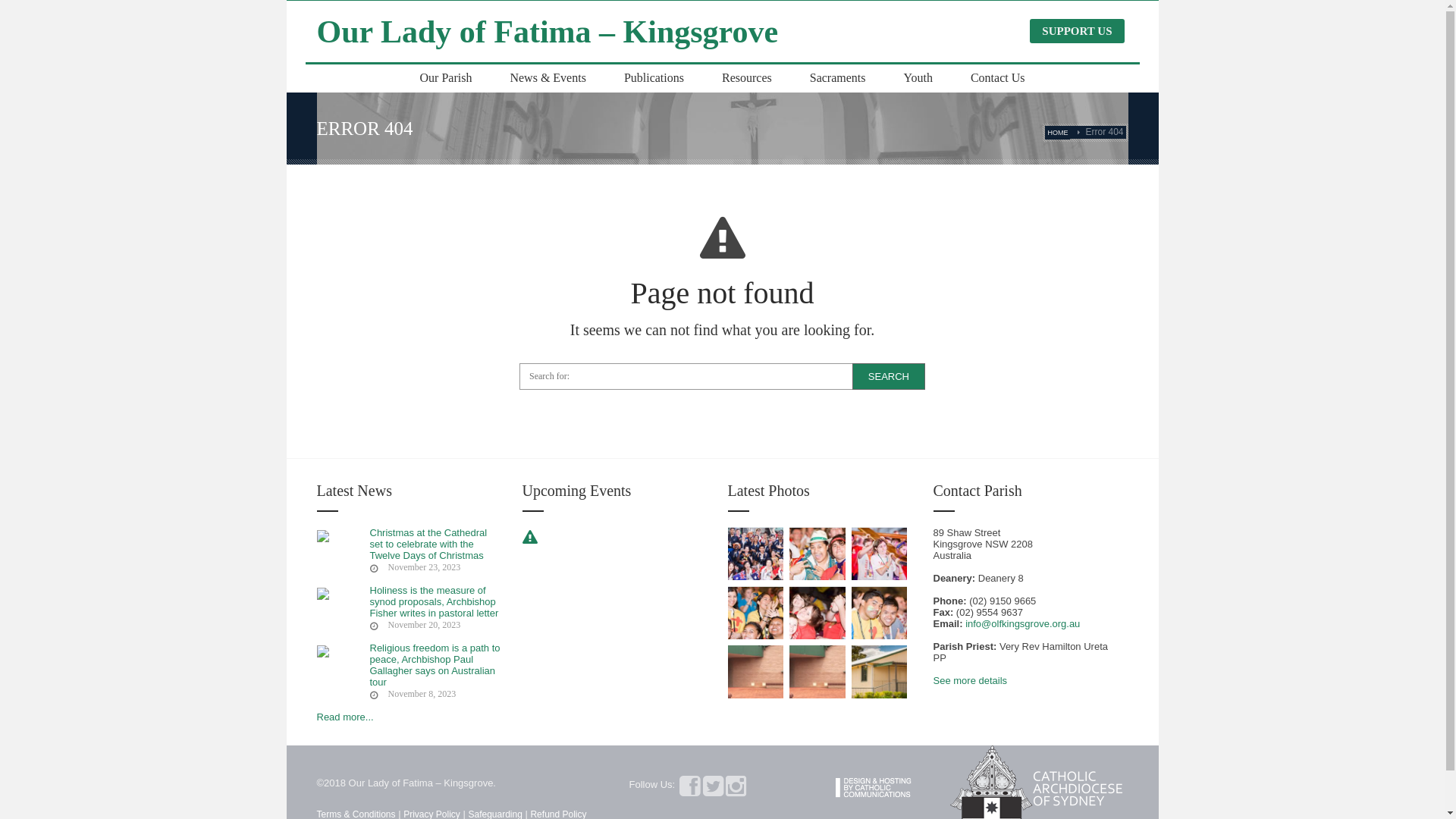 The width and height of the screenshot is (1456, 819). Describe the element at coordinates (546, 78) in the screenshot. I see `'News & Events'` at that location.